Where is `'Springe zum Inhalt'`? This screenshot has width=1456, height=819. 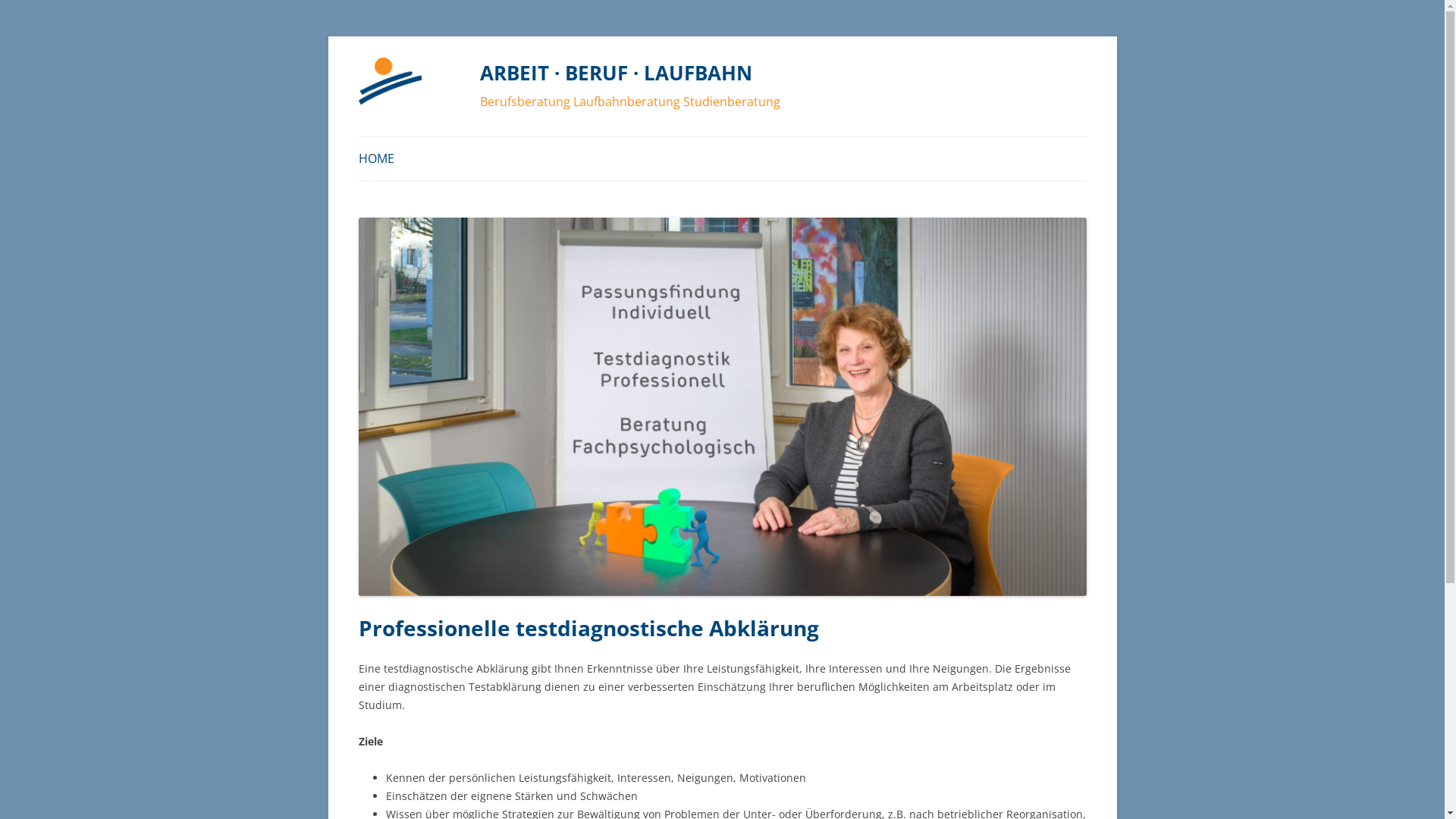
'Springe zum Inhalt' is located at coordinates (932, 73).